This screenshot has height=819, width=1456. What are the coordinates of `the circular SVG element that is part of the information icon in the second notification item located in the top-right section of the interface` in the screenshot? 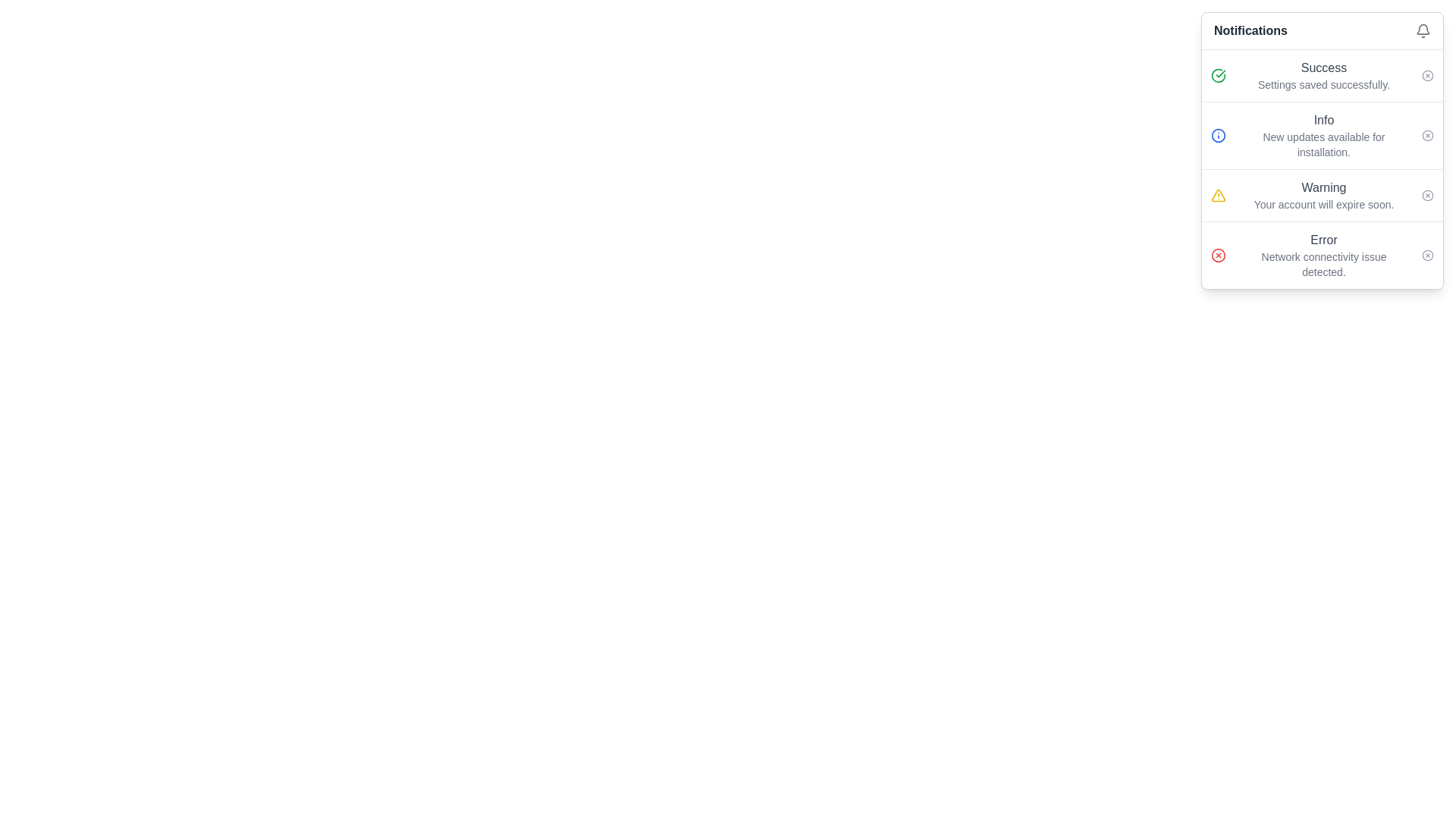 It's located at (1219, 134).